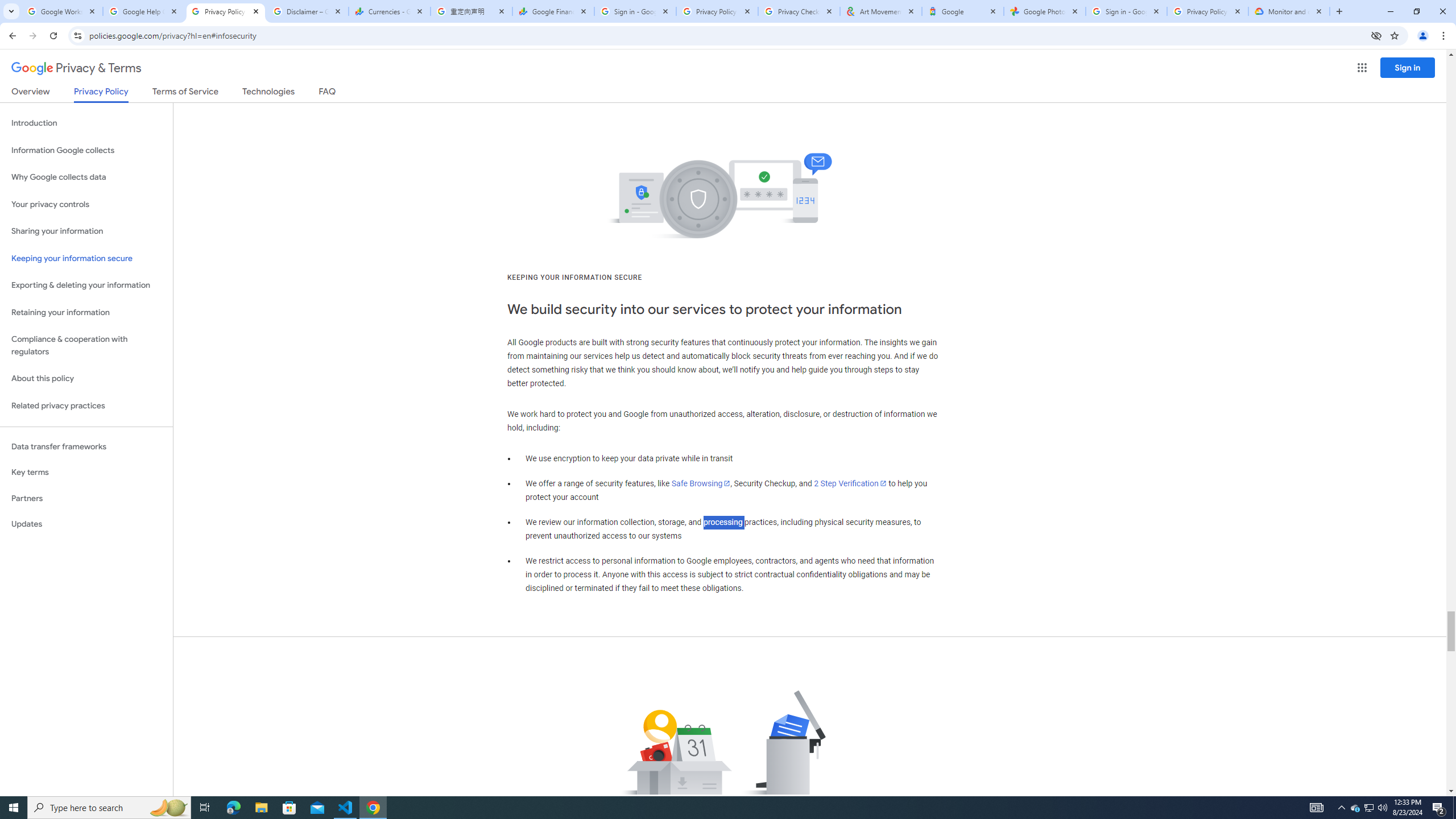 Image resolution: width=1456 pixels, height=819 pixels. Describe the element at coordinates (850, 483) in the screenshot. I see `'2 Step Verification'` at that location.